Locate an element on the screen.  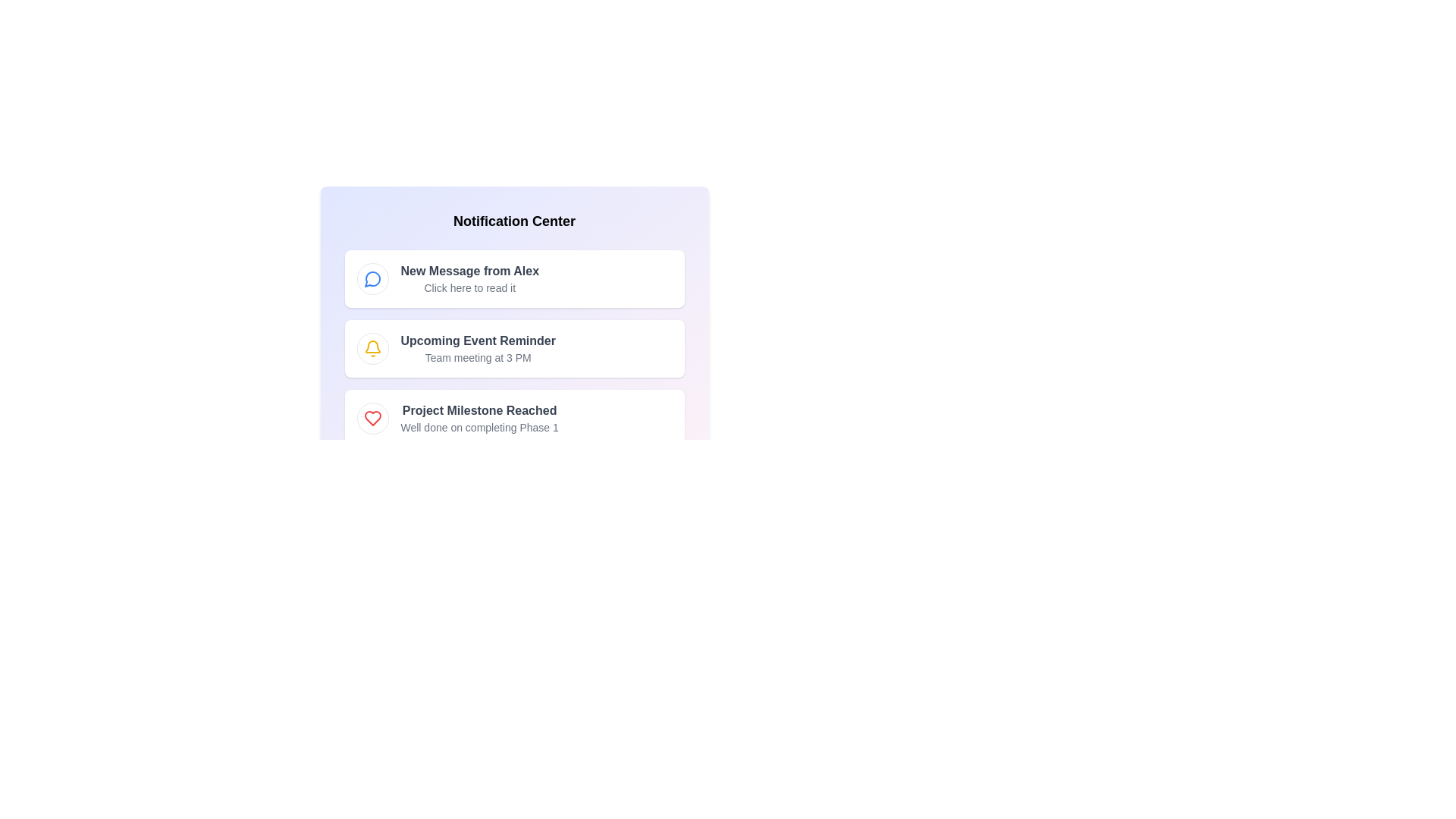
the notification titled 'Upcoming Event Reminder' is located at coordinates (514, 348).